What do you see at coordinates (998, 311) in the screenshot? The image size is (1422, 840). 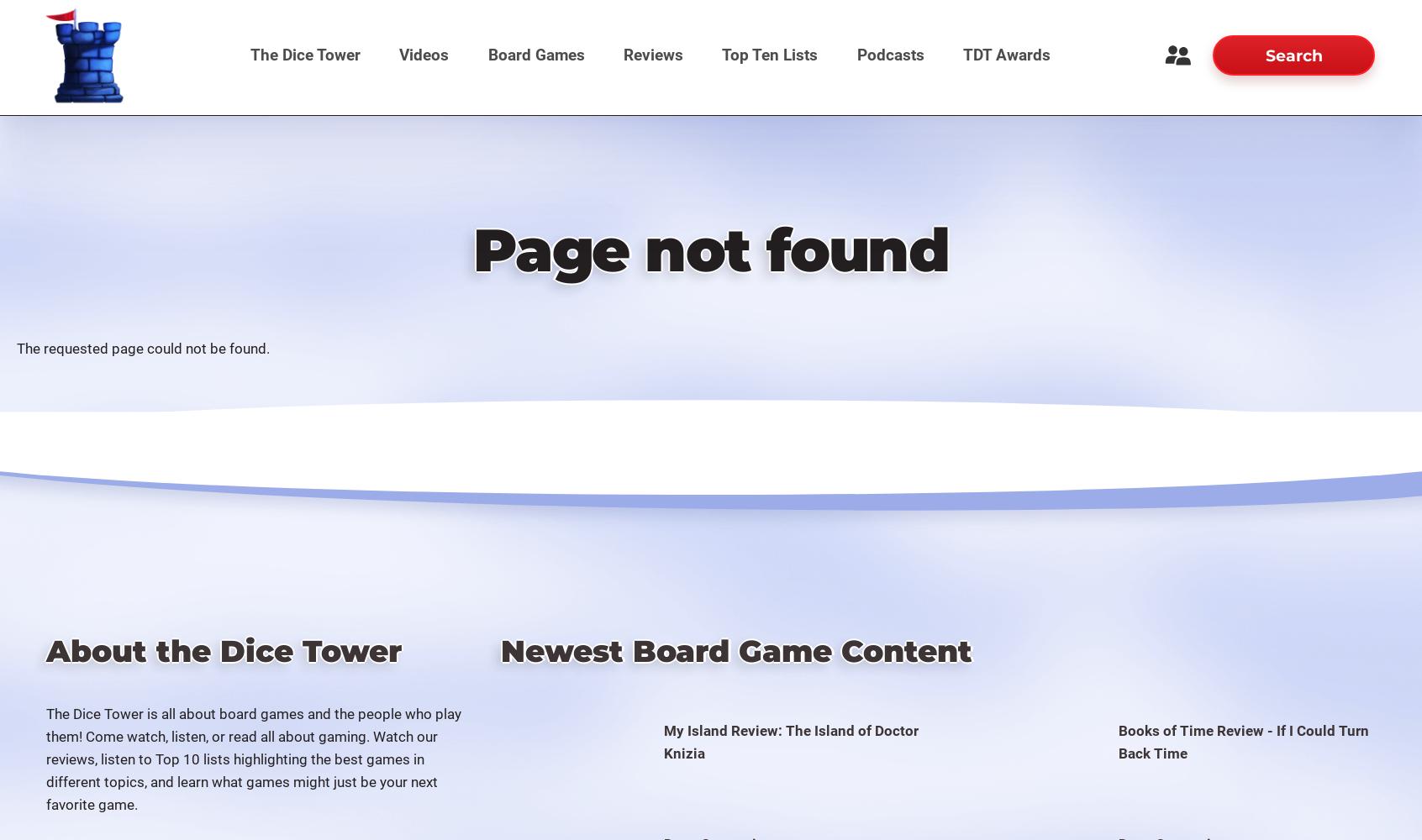 I see `'The Dice Tower Awards 2015'` at bounding box center [998, 311].